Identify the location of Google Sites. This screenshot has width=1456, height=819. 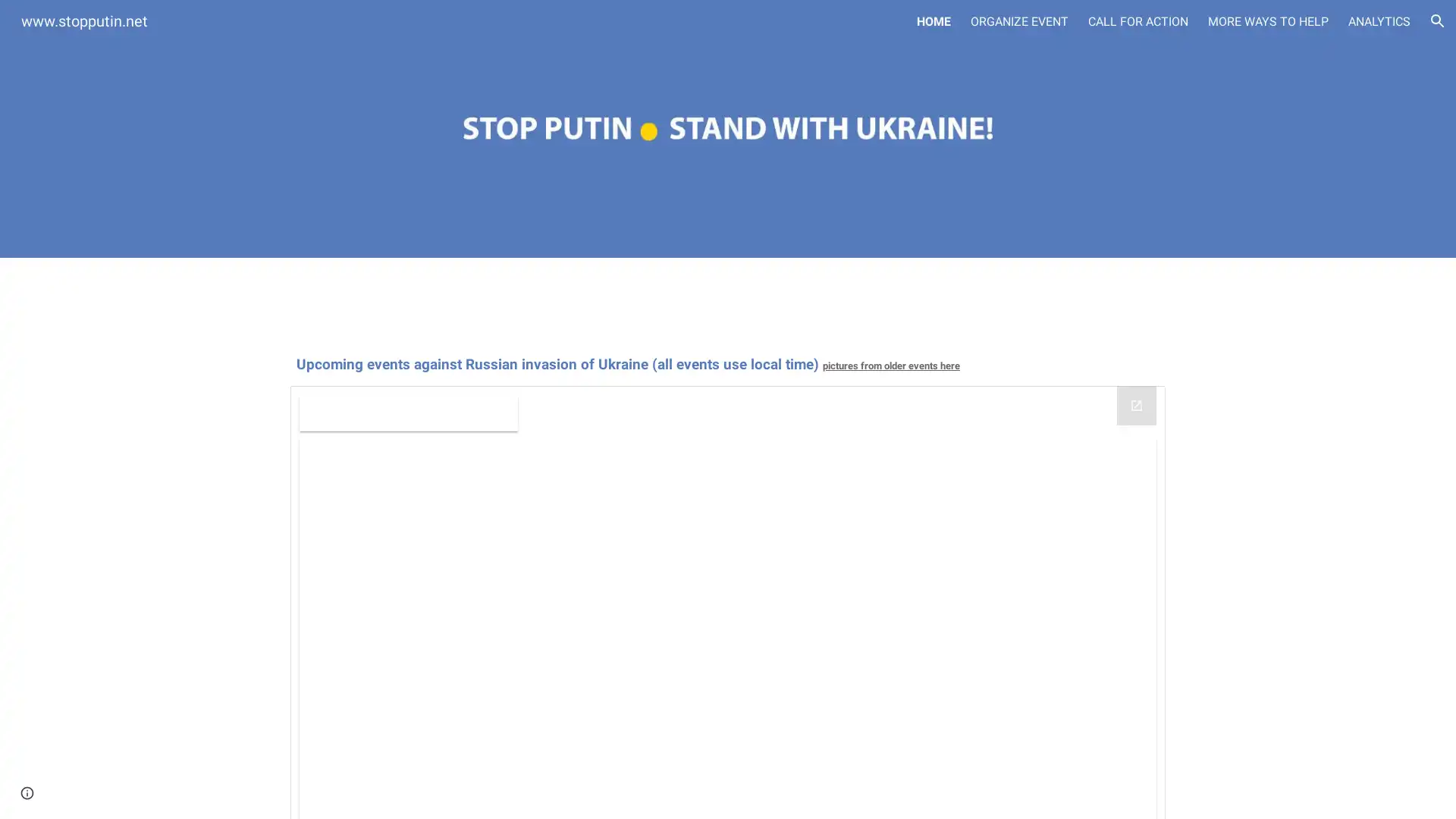
(117, 792).